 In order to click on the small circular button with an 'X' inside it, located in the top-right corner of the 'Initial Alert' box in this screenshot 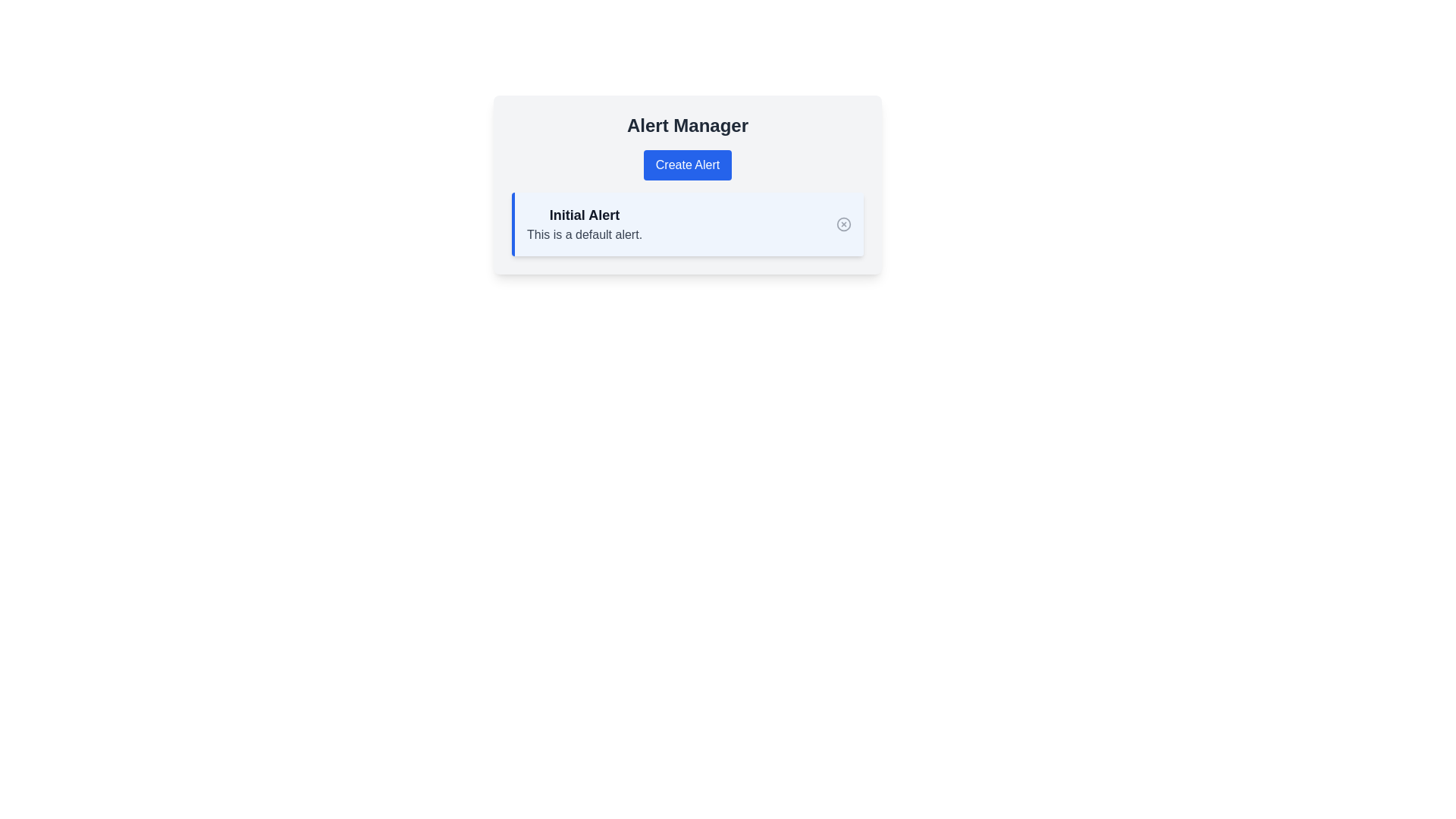, I will do `click(843, 224)`.